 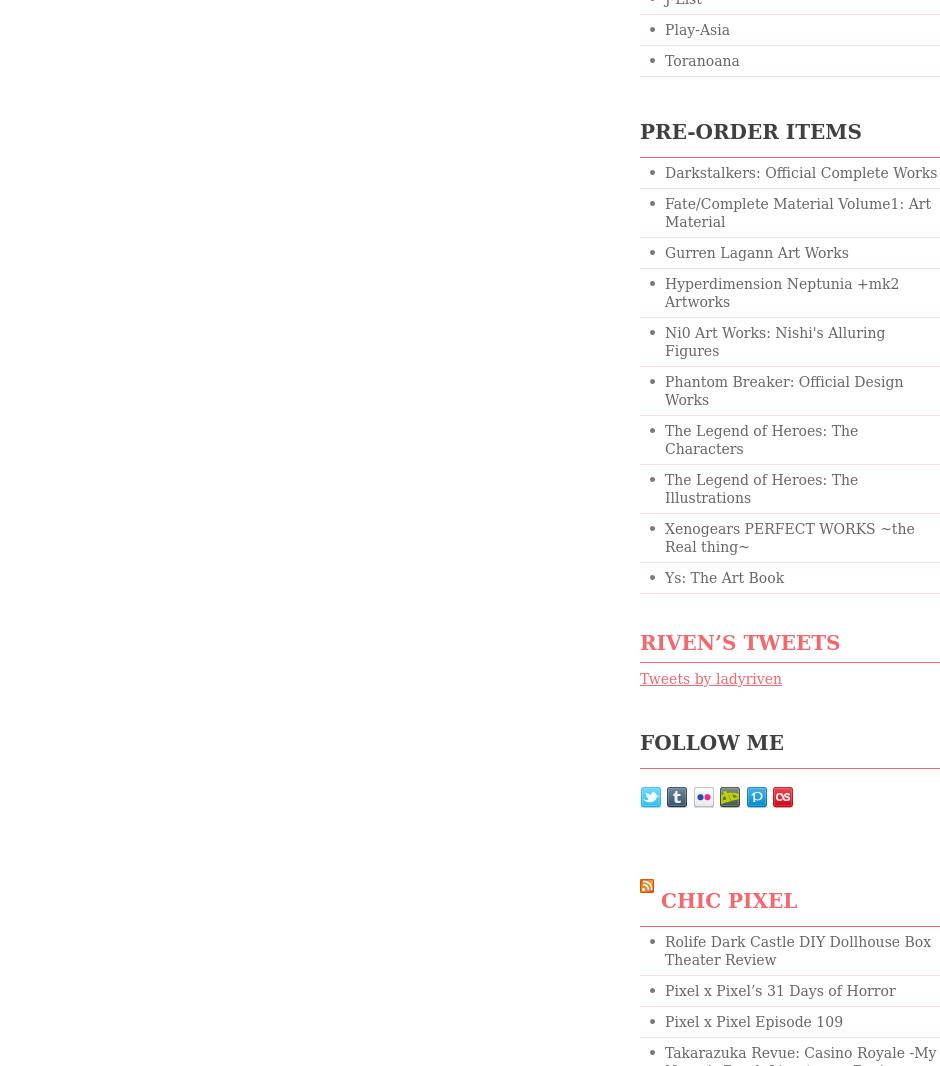 What do you see at coordinates (664, 251) in the screenshot?
I see `'Gurren Lagann Art Works'` at bounding box center [664, 251].